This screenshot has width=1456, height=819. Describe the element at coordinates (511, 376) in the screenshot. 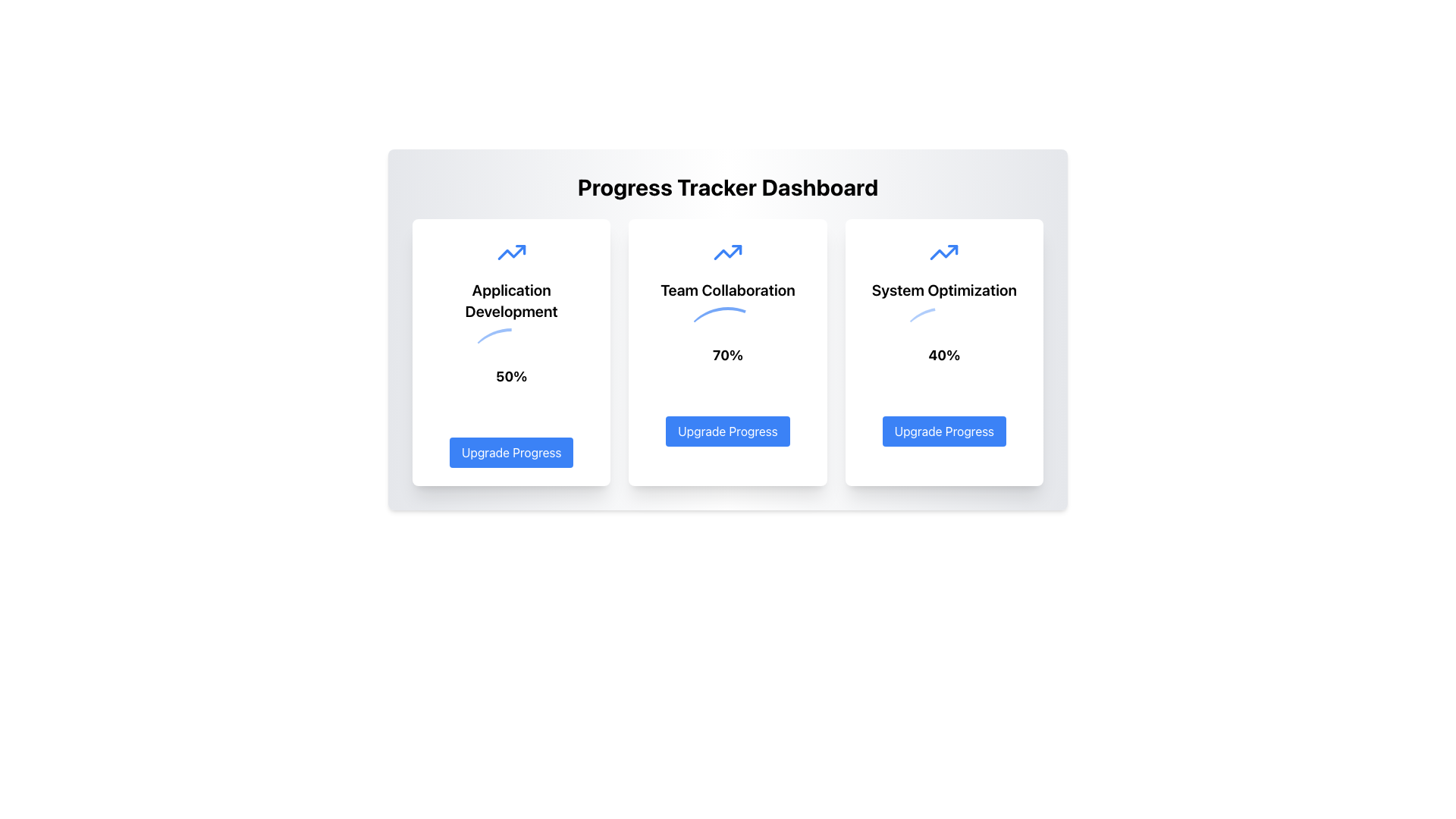

I see `the text label displaying the progress percentage, which is located in the center of the first card from the left, above the 'Upgrade Progress' button and below the 'Application Development' heading` at that location.